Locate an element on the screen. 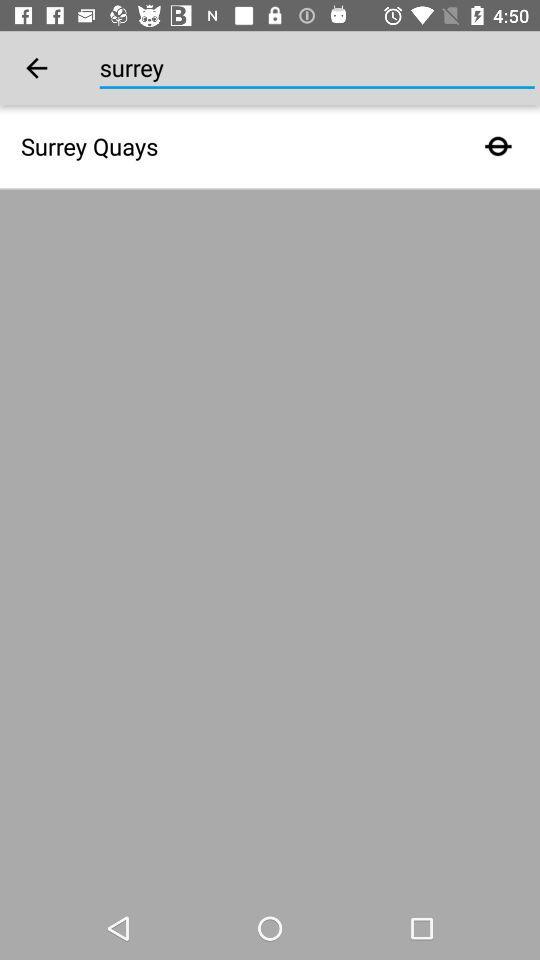  icon to the left of the surrey is located at coordinates (36, 68).